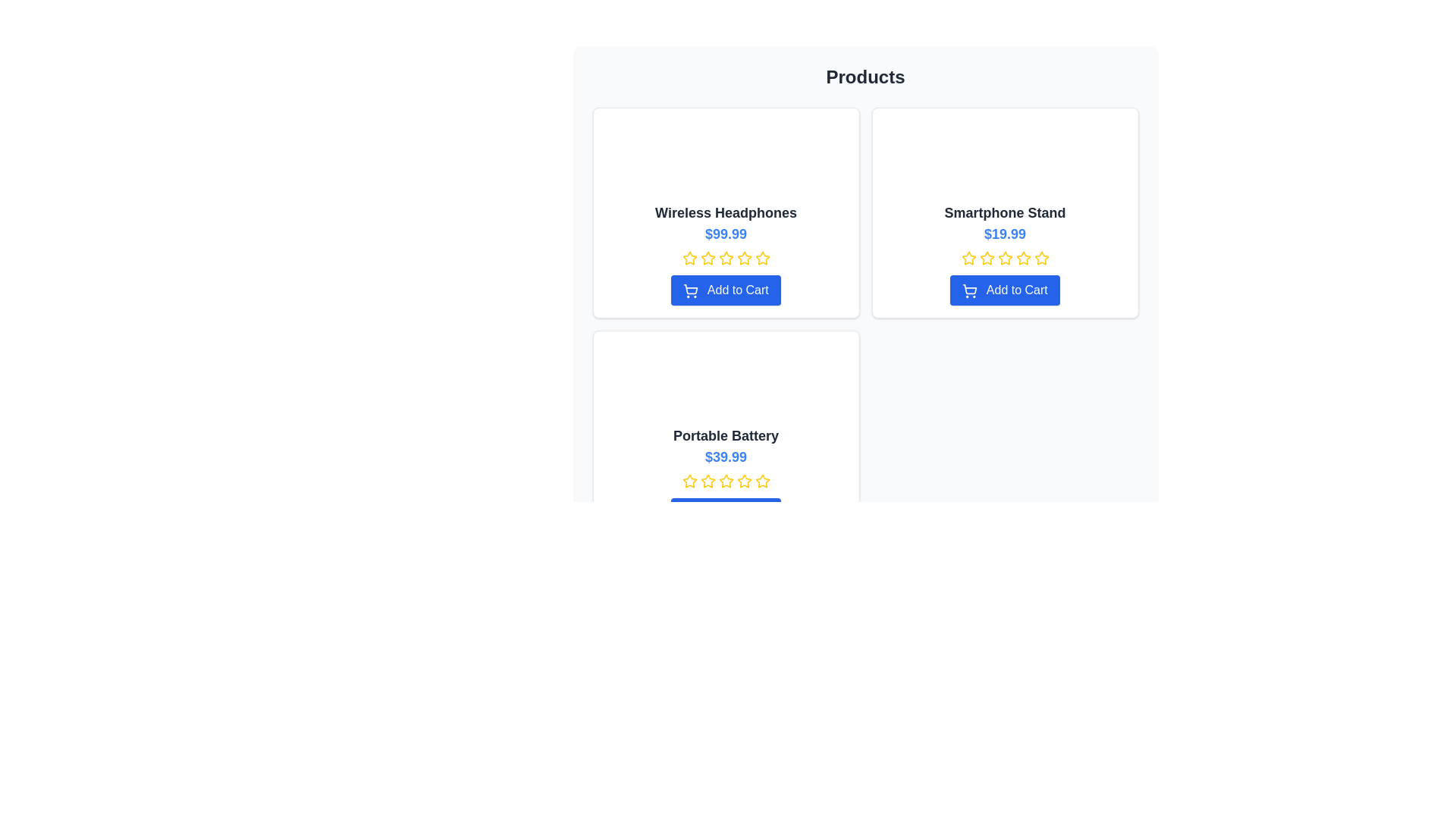  What do you see at coordinates (1005, 213) in the screenshot?
I see `the static text label 'Smartphone Stand', which is a bold and larger font heading within the product card layout, situated below the image placeholder and above the price '$19.99'` at bounding box center [1005, 213].